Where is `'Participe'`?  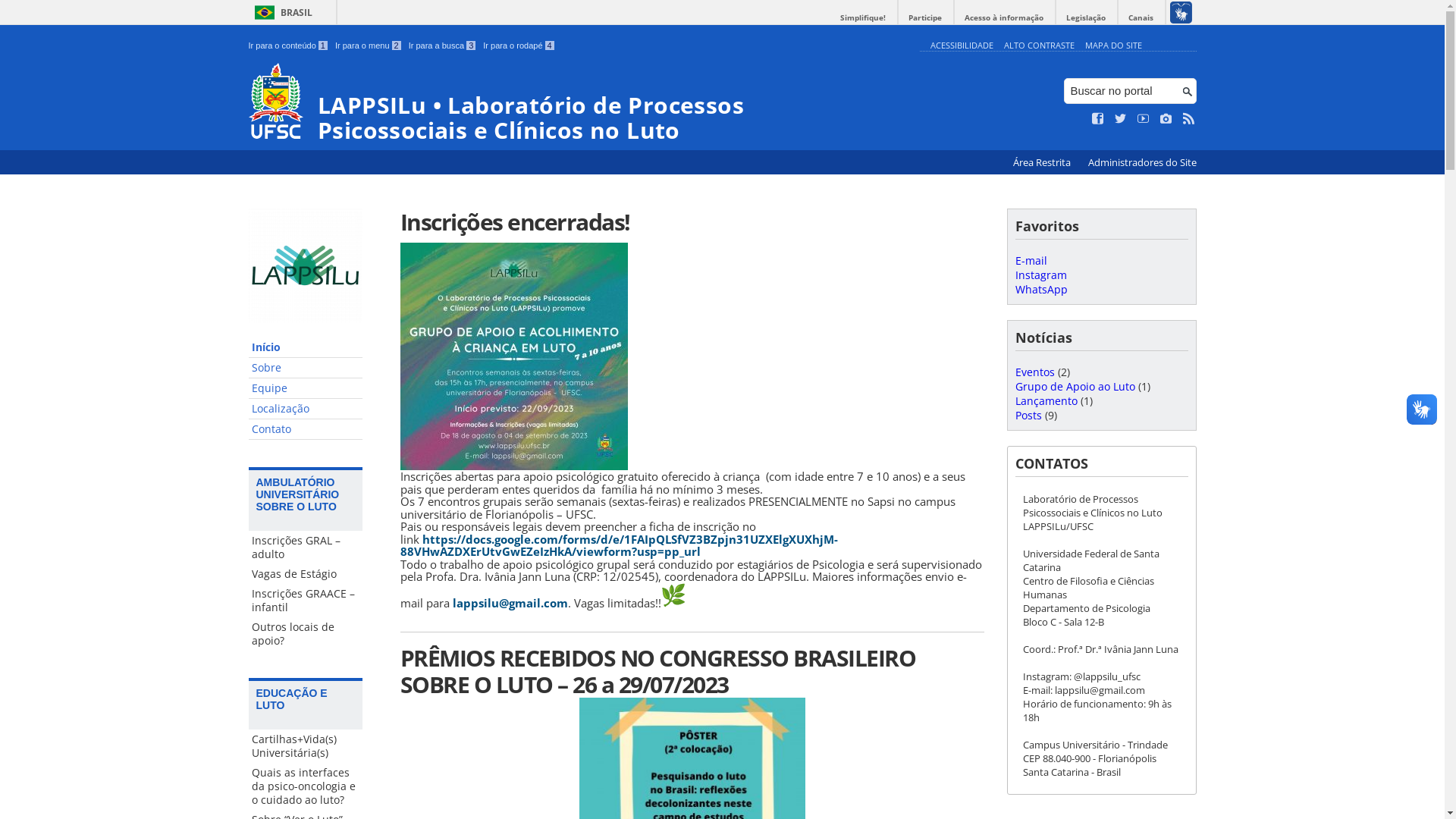 'Participe' is located at coordinates (924, 17).